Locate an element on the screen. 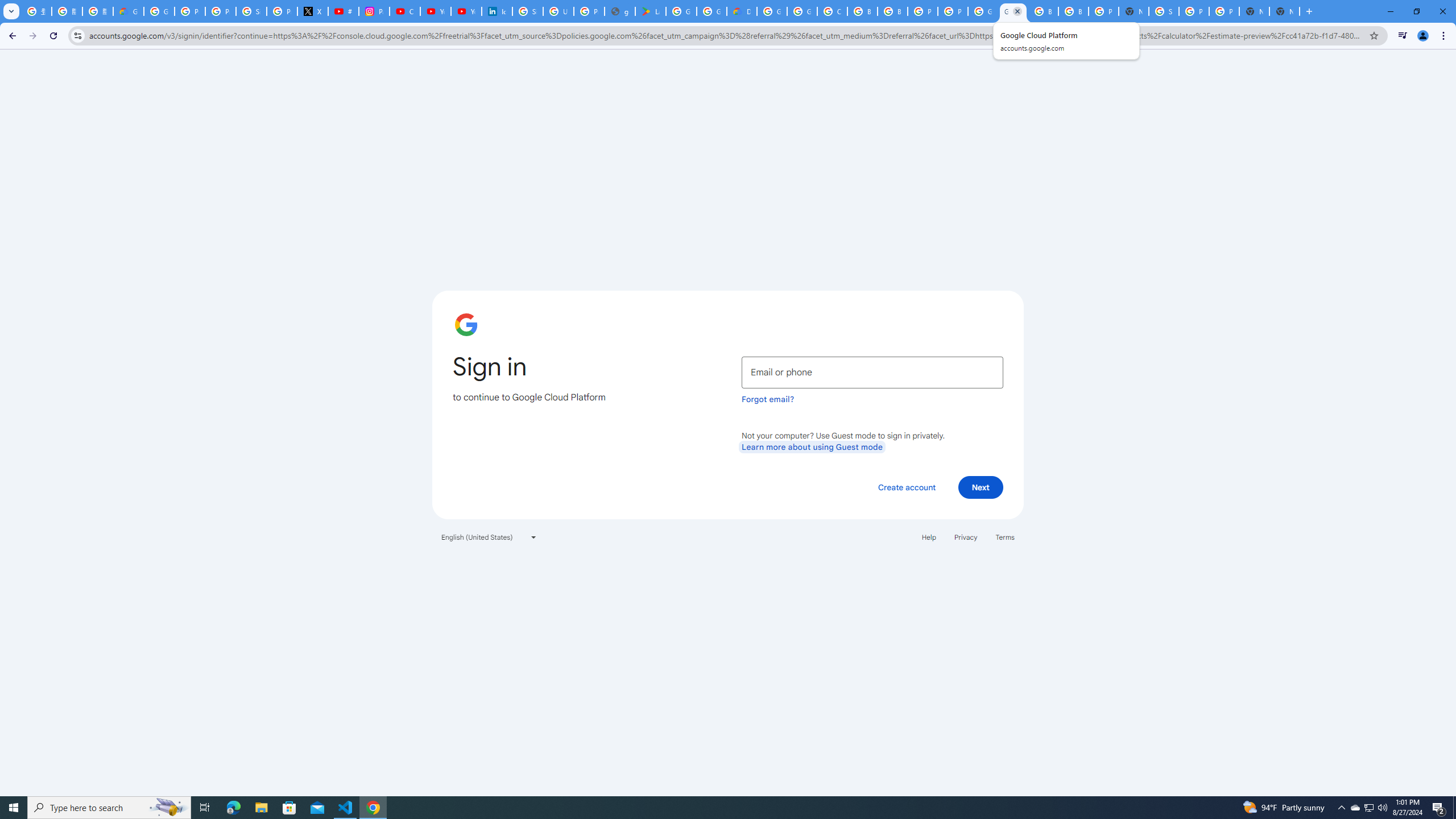 This screenshot has height=819, width=1456. '#nbabasketballhighlights - YouTube' is located at coordinates (343, 11).